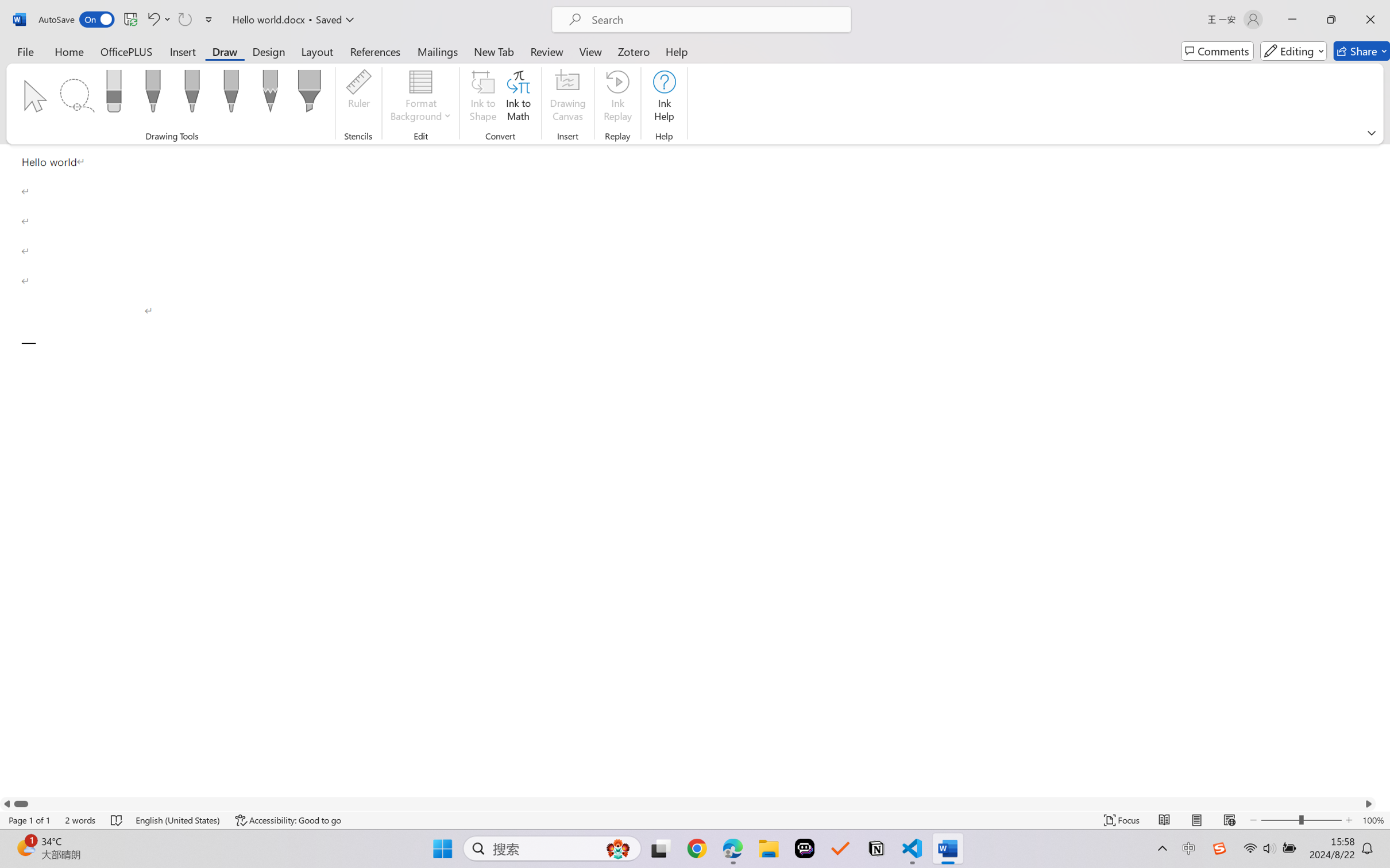  I want to click on 'Insert', so click(182, 51).